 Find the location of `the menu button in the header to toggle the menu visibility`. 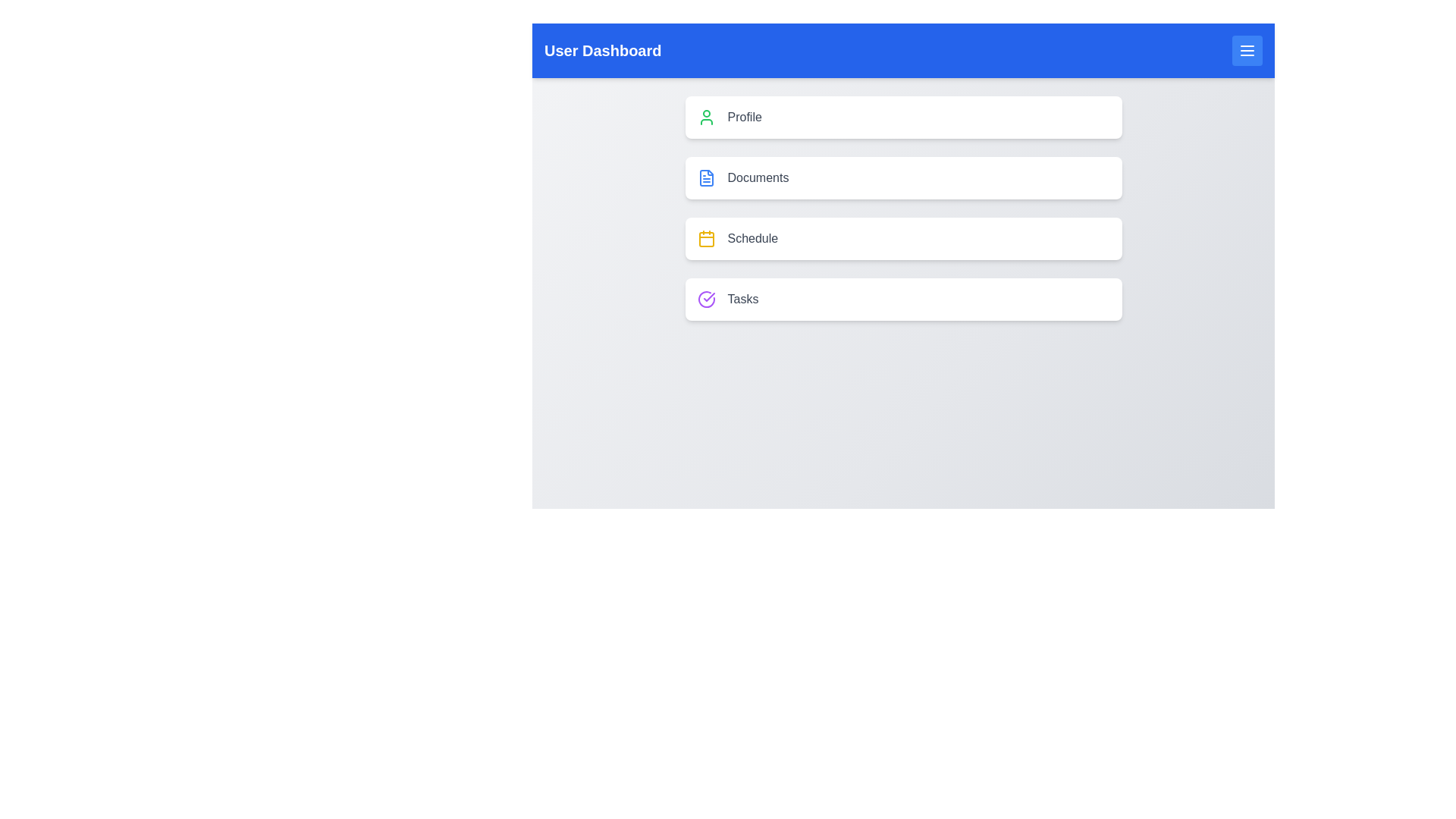

the menu button in the header to toggle the menu visibility is located at coordinates (1247, 49).